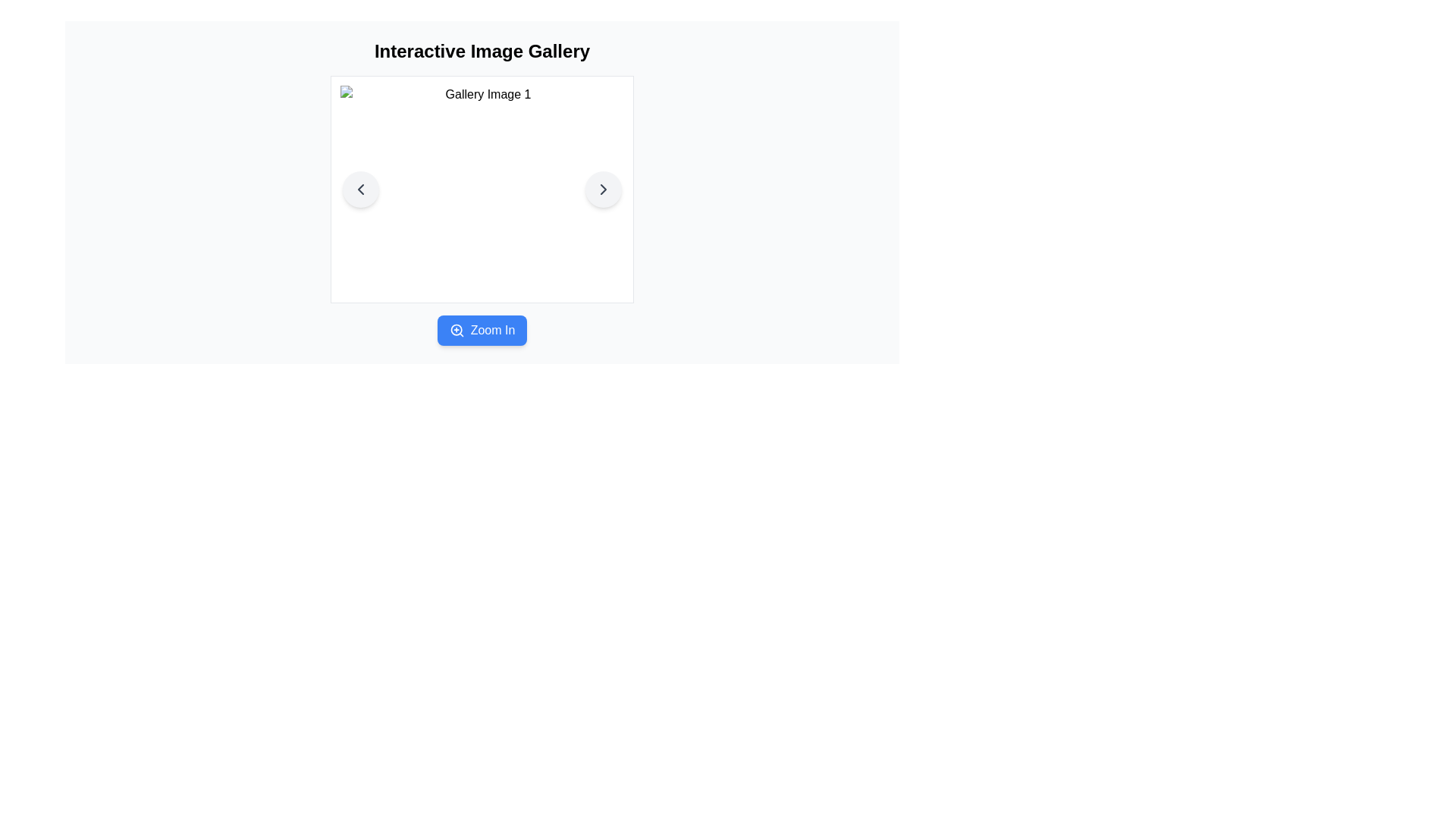  Describe the element at coordinates (359, 189) in the screenshot. I see `the navigation button for the image gallery located on the left side of the interactive image viewer to observe the hover effect` at that location.